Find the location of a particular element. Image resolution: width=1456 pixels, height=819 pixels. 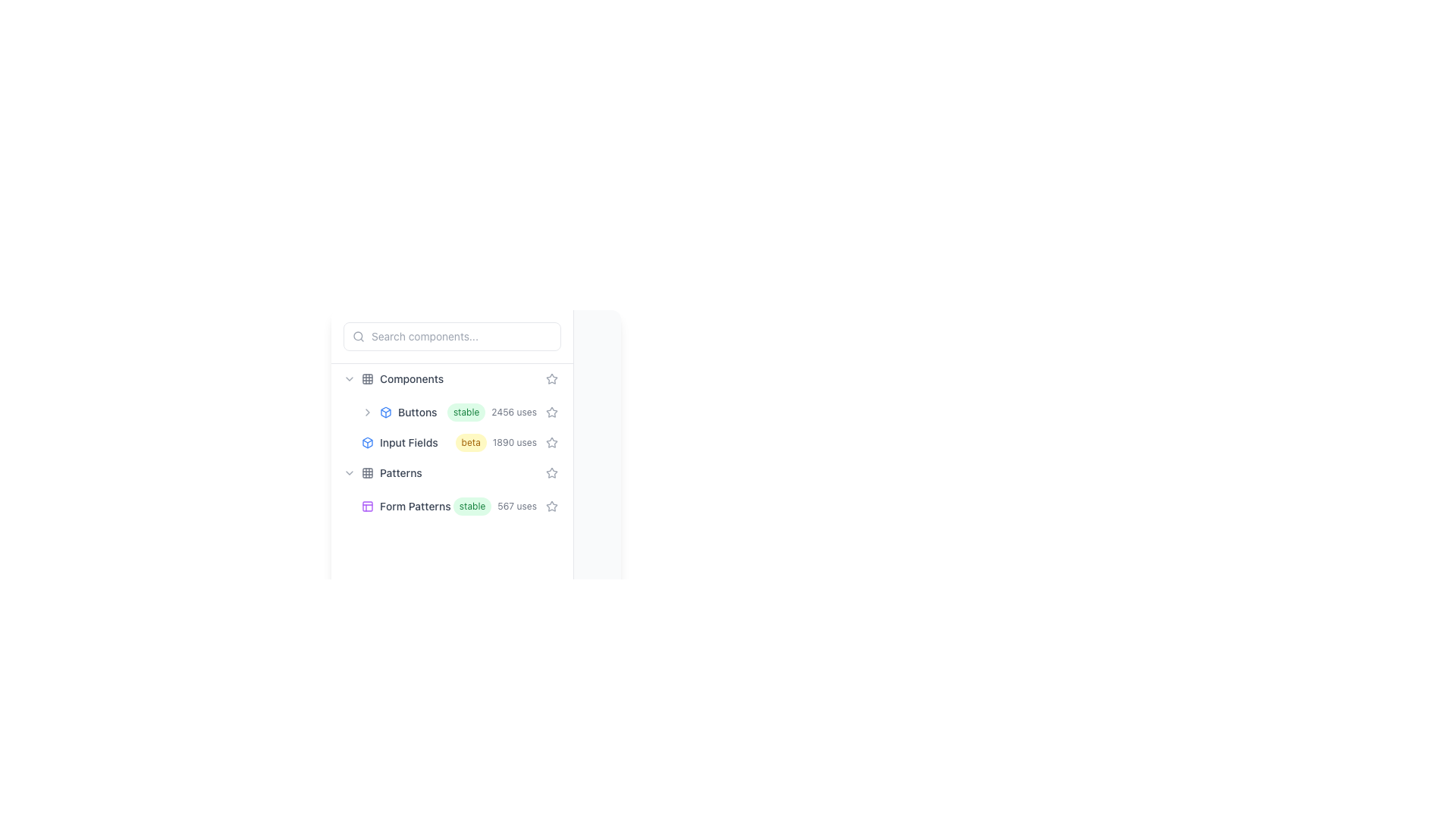

the star icon button associated with the 'Patterns' item is located at coordinates (551, 472).